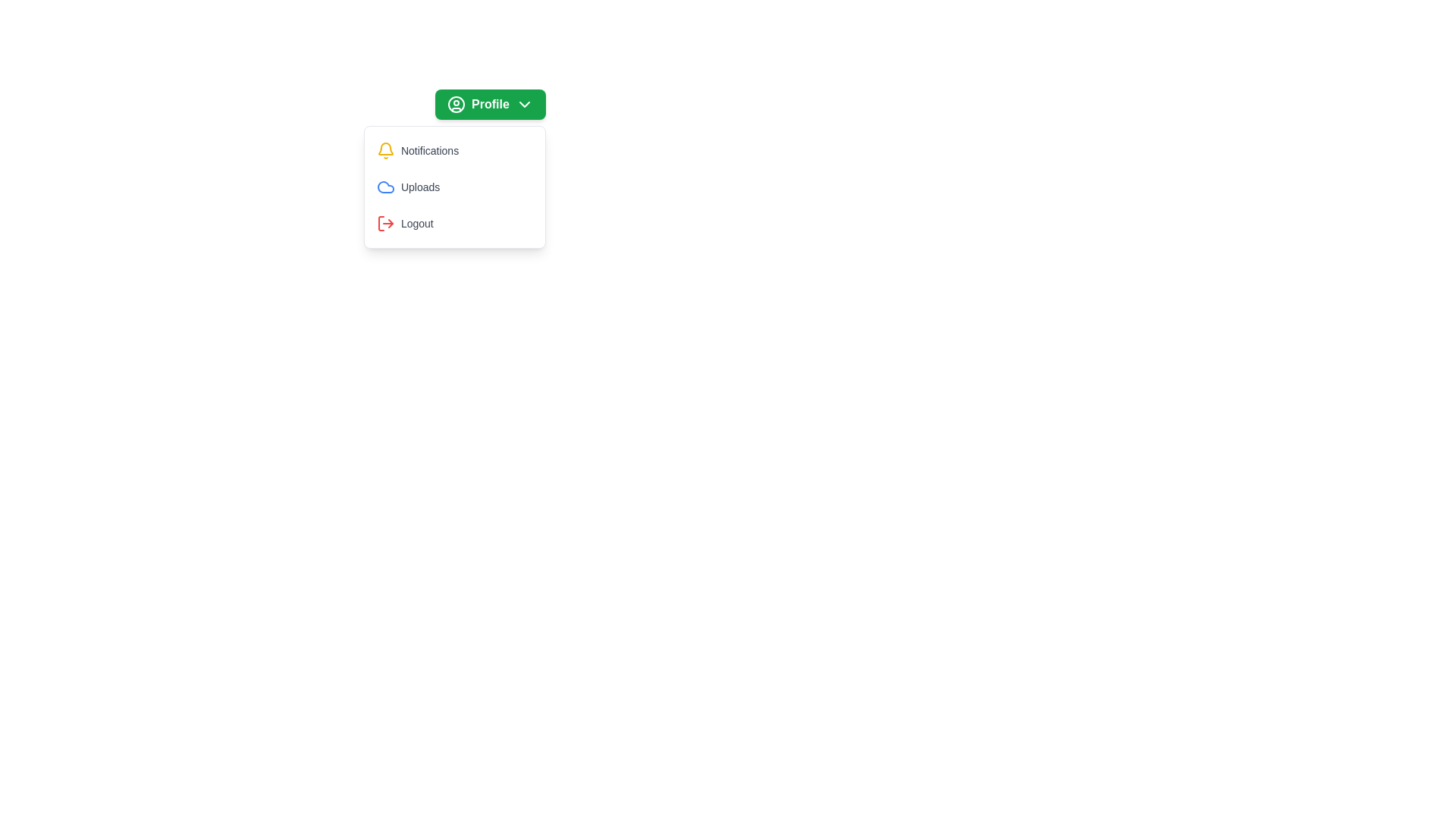 This screenshot has height=819, width=1456. Describe the element at coordinates (453, 186) in the screenshot. I see `the 'Uploads' option in the menu` at that location.